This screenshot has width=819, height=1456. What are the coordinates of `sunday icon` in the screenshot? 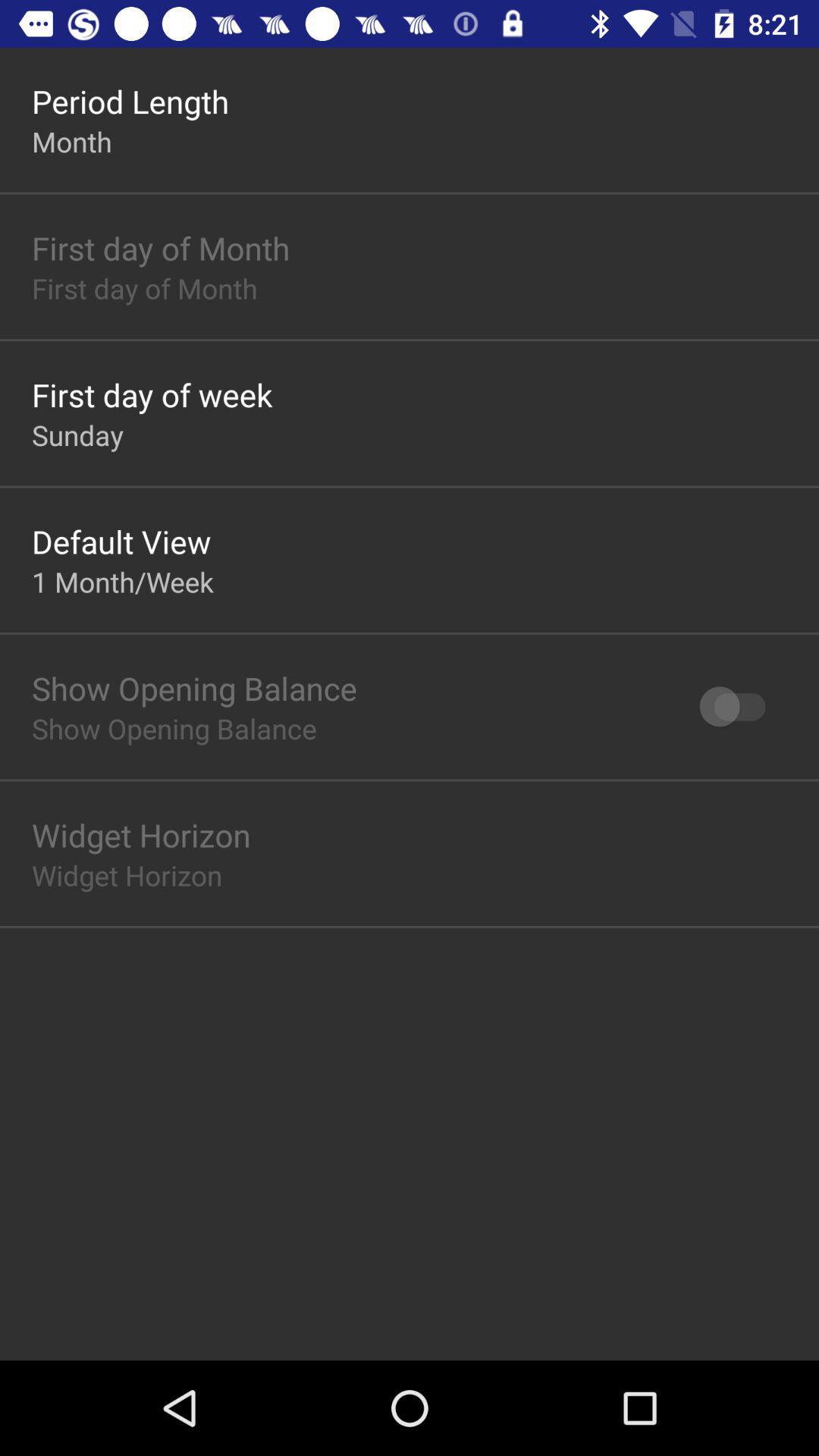 It's located at (77, 434).